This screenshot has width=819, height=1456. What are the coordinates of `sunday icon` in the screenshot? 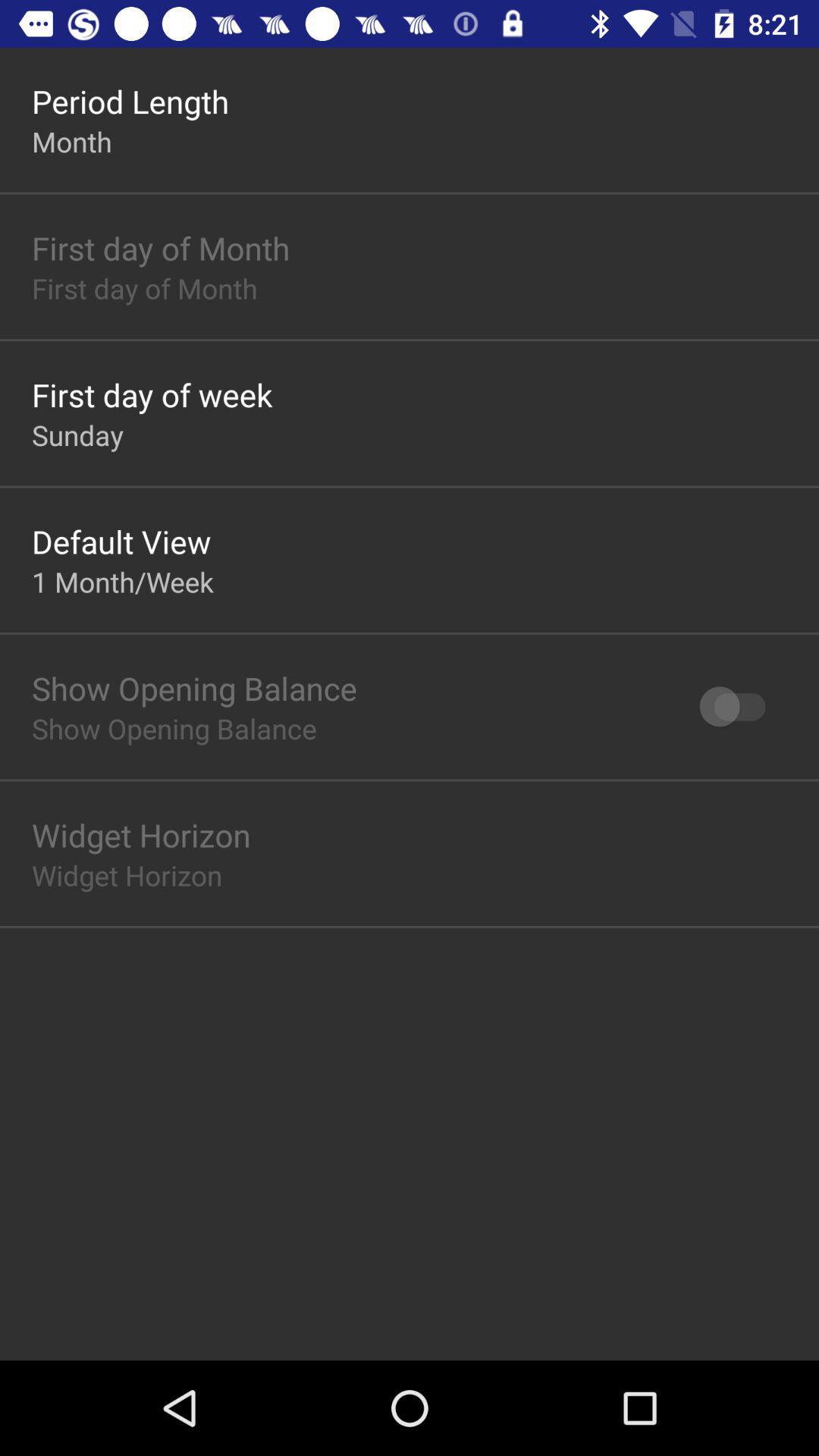 It's located at (77, 434).